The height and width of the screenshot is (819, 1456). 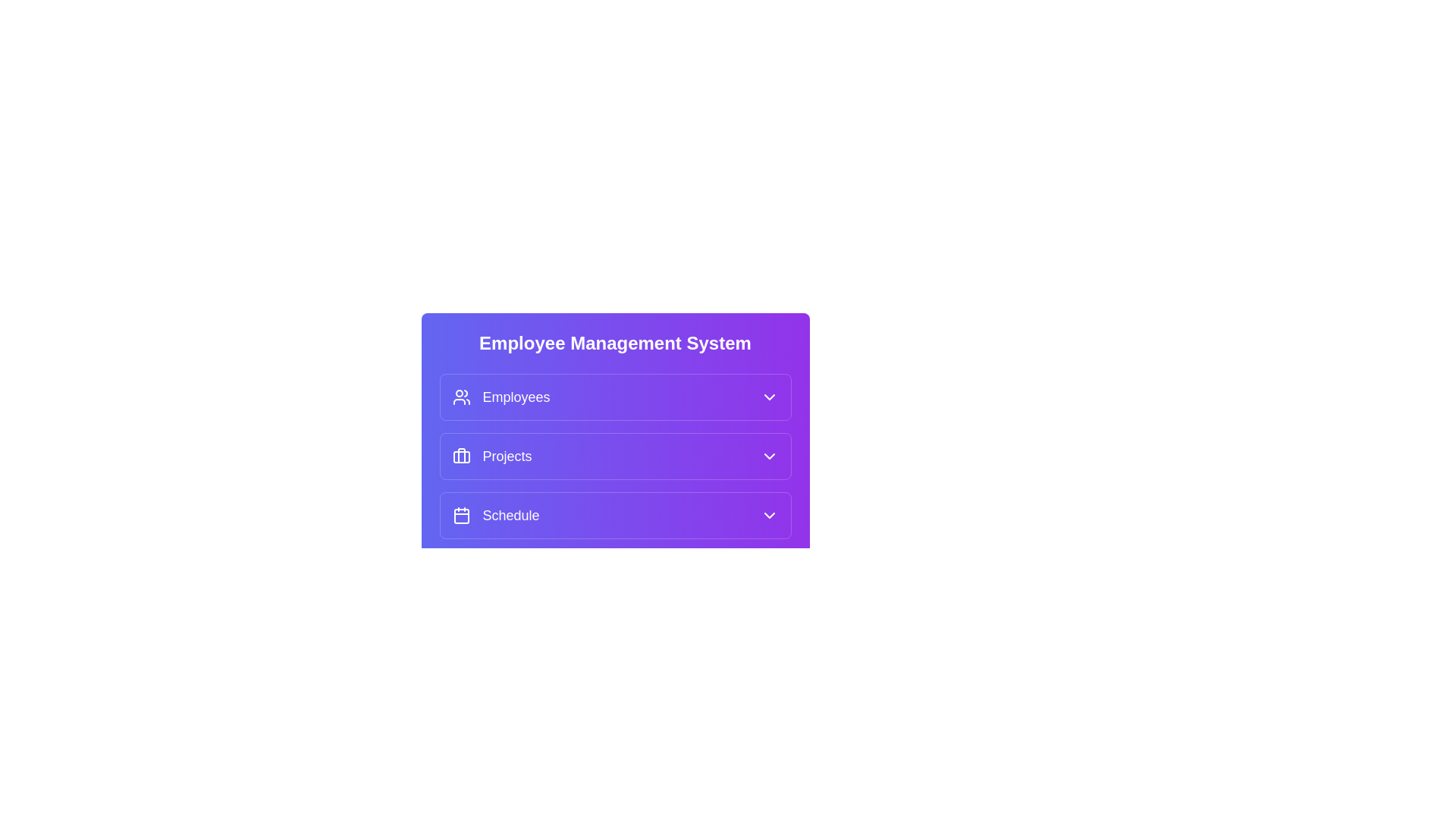 What do you see at coordinates (769, 514) in the screenshot?
I see `the chevron icon located at the rightmost end of the 'Schedule' button` at bounding box center [769, 514].